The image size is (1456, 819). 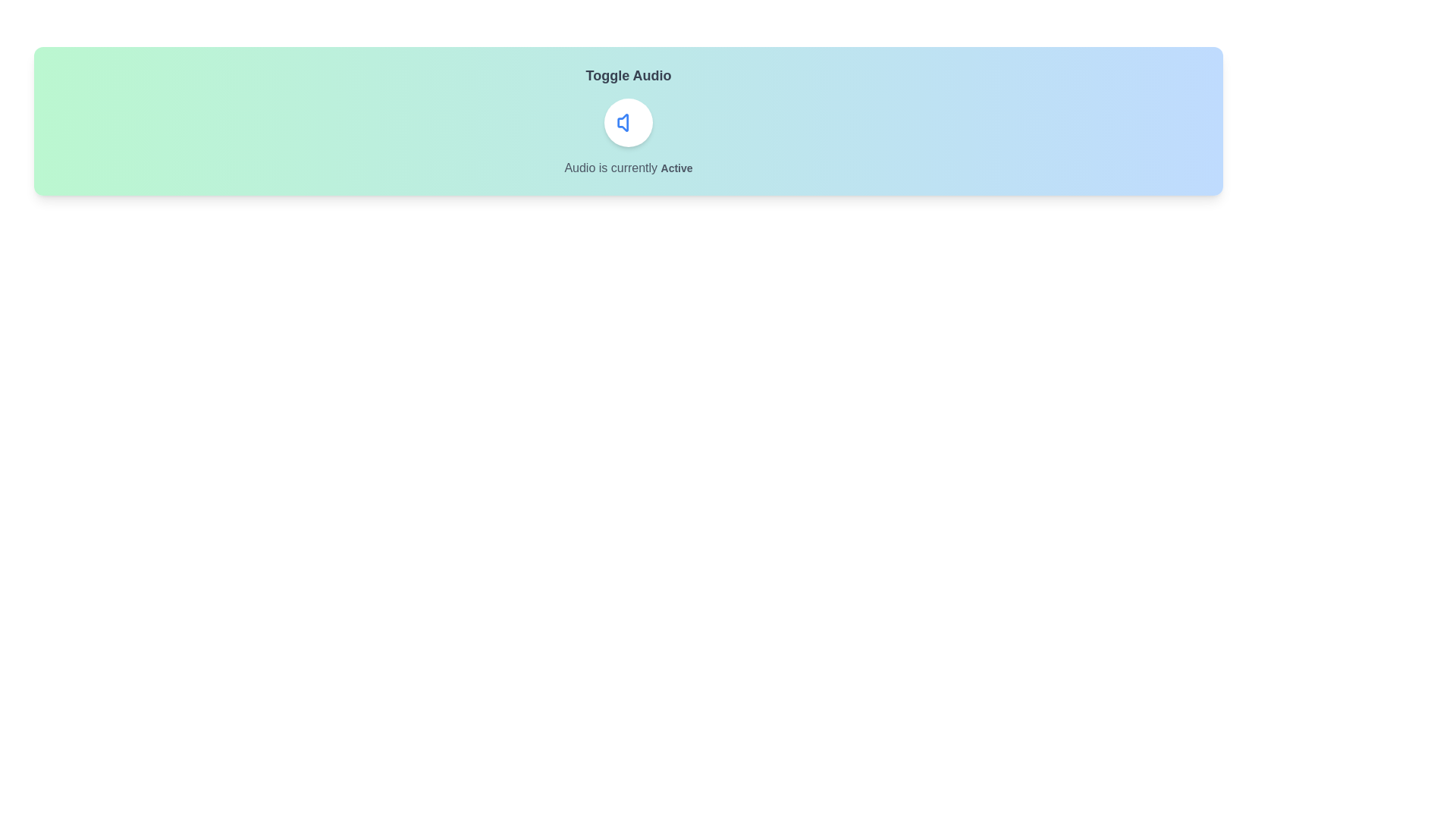 What do you see at coordinates (629, 122) in the screenshot?
I see `the audio toggle button to change its state` at bounding box center [629, 122].